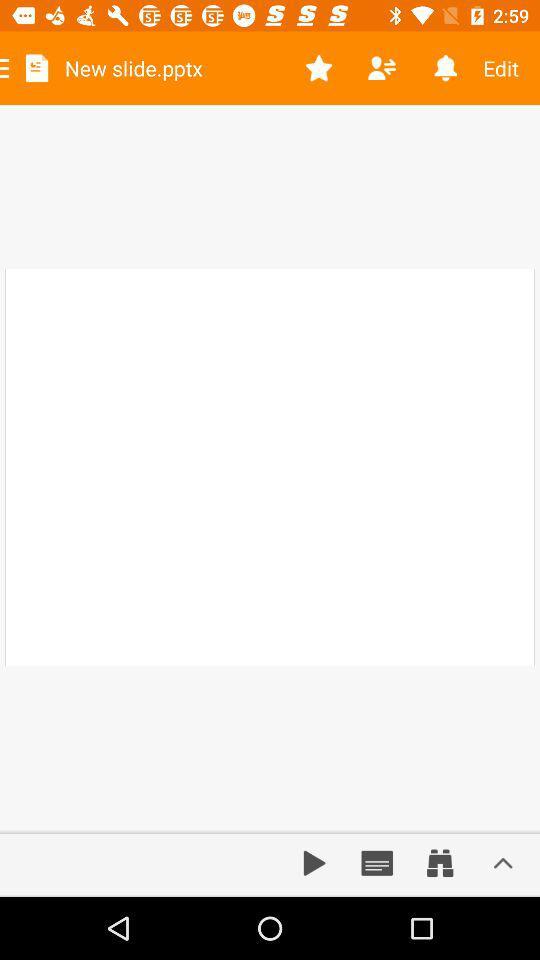 The height and width of the screenshot is (960, 540). What do you see at coordinates (377, 862) in the screenshot?
I see `the description icon` at bounding box center [377, 862].